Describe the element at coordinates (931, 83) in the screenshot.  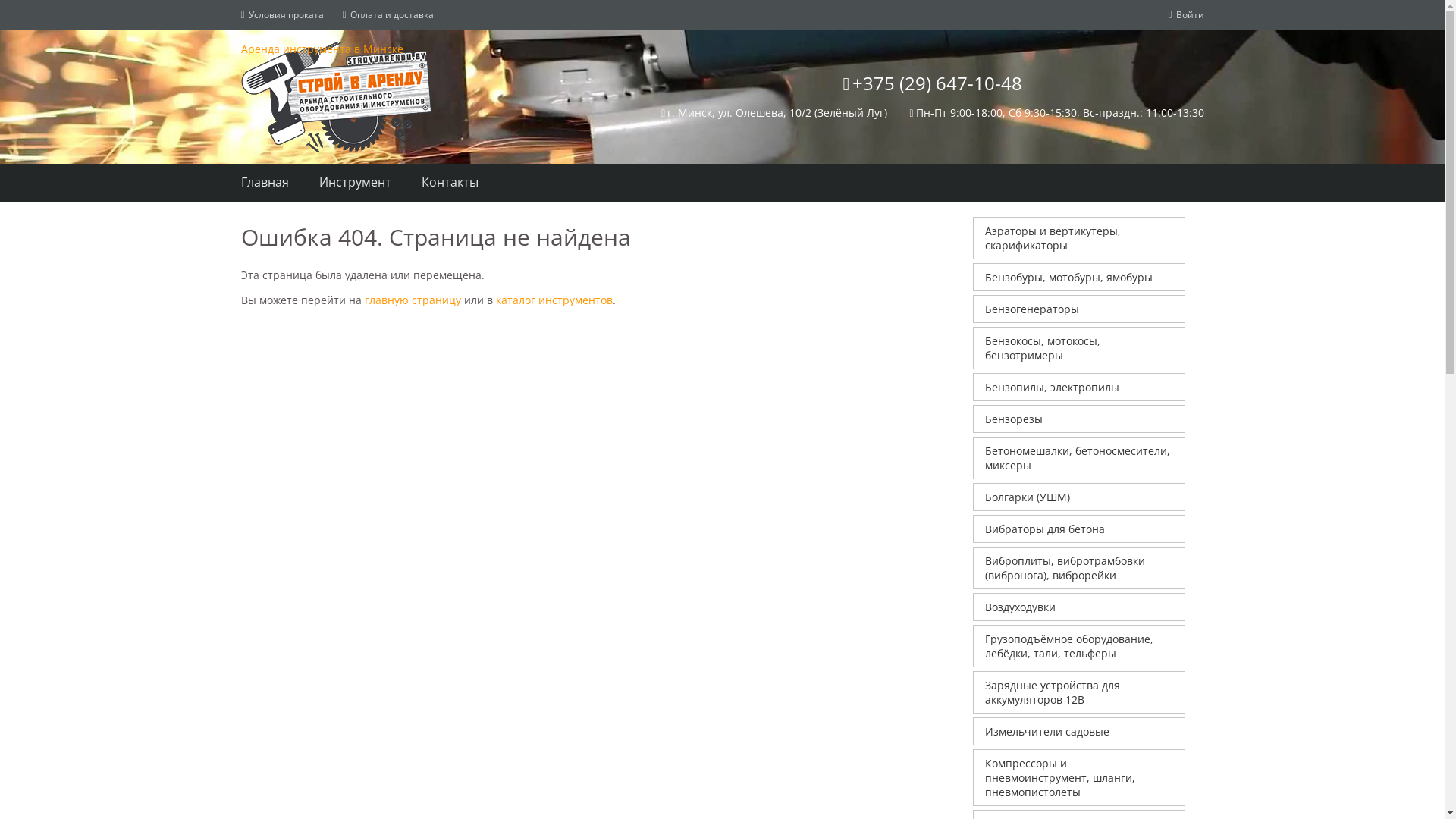
I see `'+375 (29) 647-10-48'` at that location.